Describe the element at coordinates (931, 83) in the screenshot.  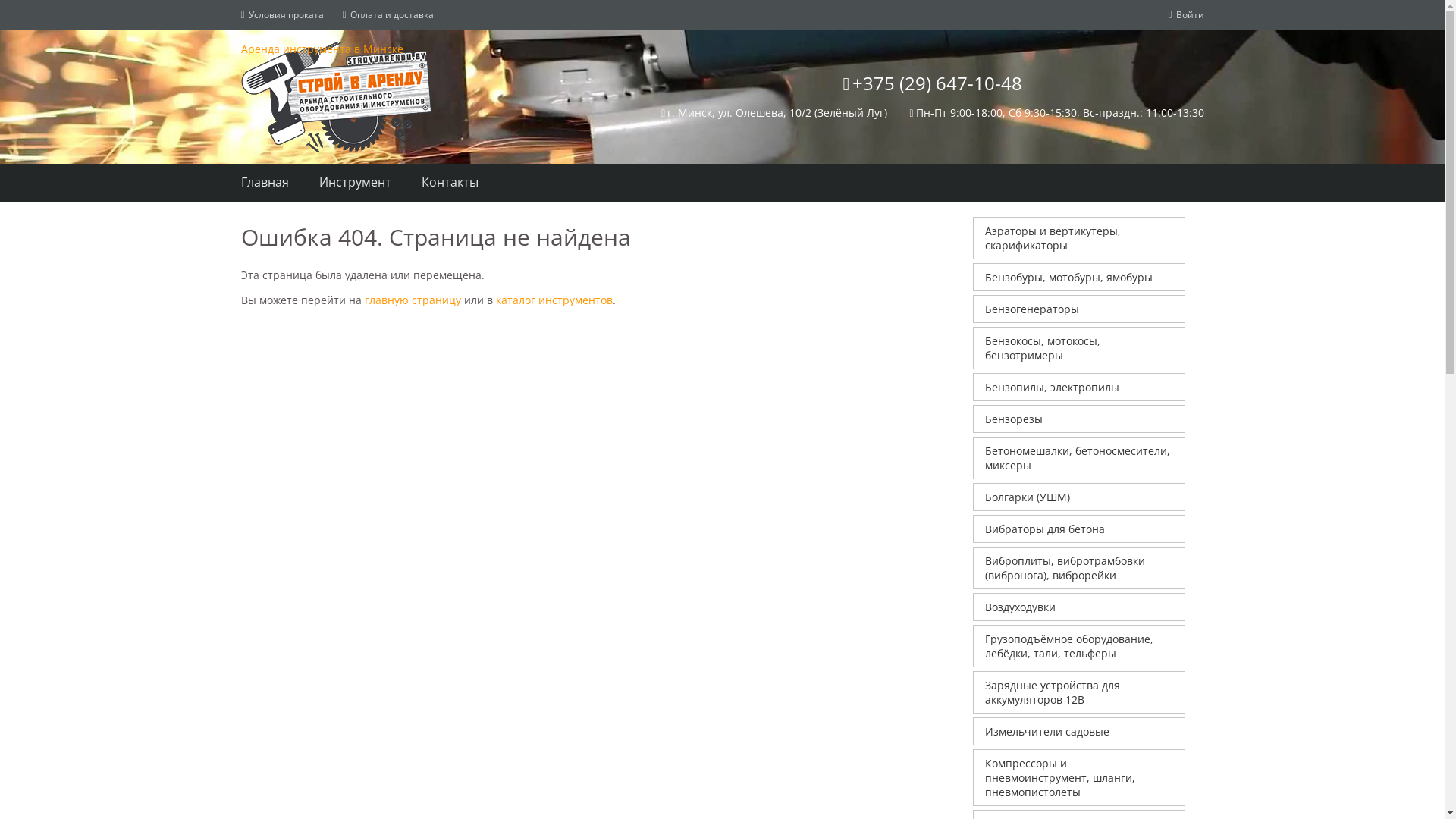
I see `'+375 (29) 647-10-48'` at that location.